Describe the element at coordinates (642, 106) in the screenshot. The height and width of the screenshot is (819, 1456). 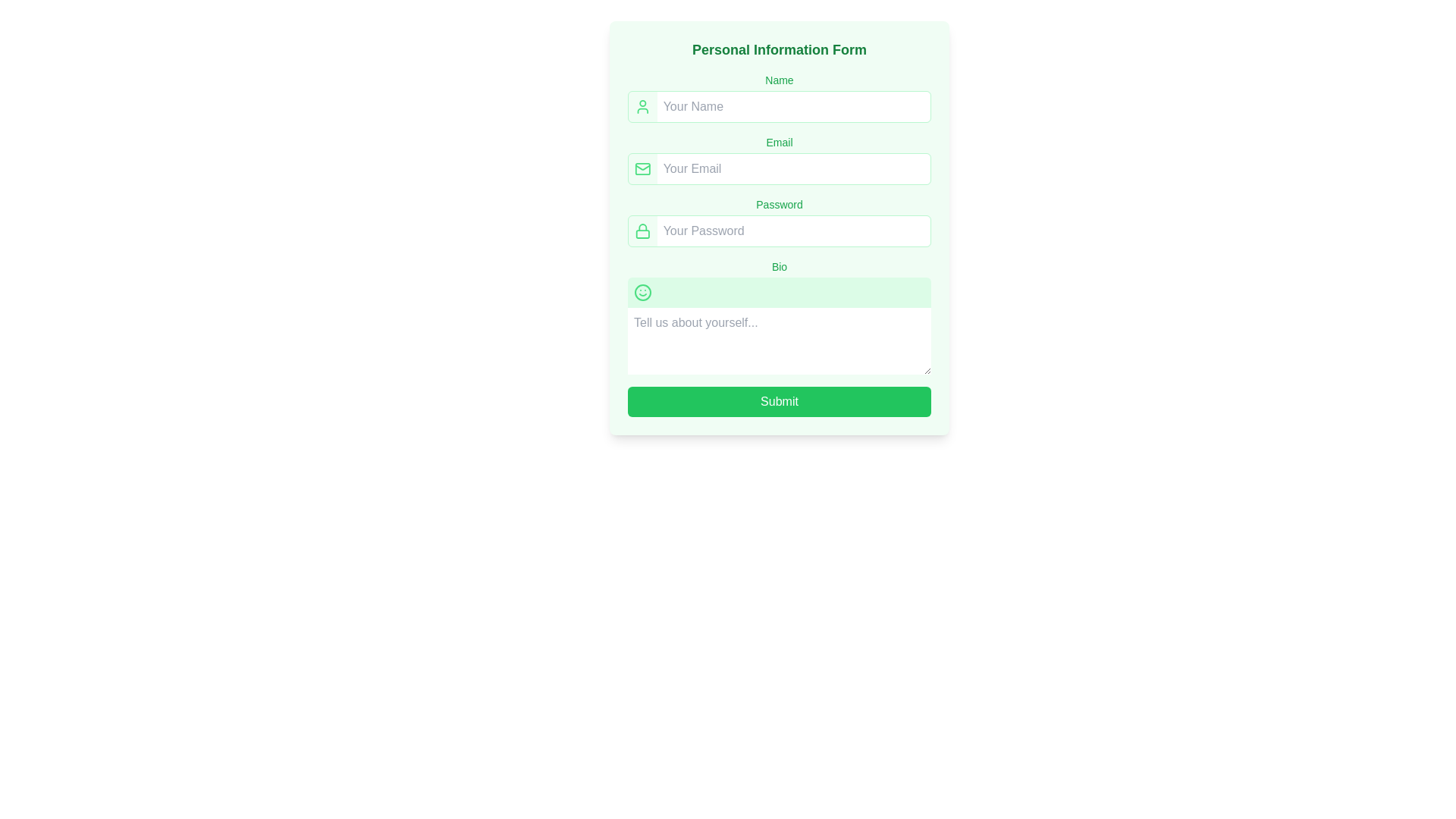
I see `the user profile icon, which is represented by a simplistic outline with a green stroke, located to the left of the 'Your Name' input field in the 'Name' section of the form` at that location.